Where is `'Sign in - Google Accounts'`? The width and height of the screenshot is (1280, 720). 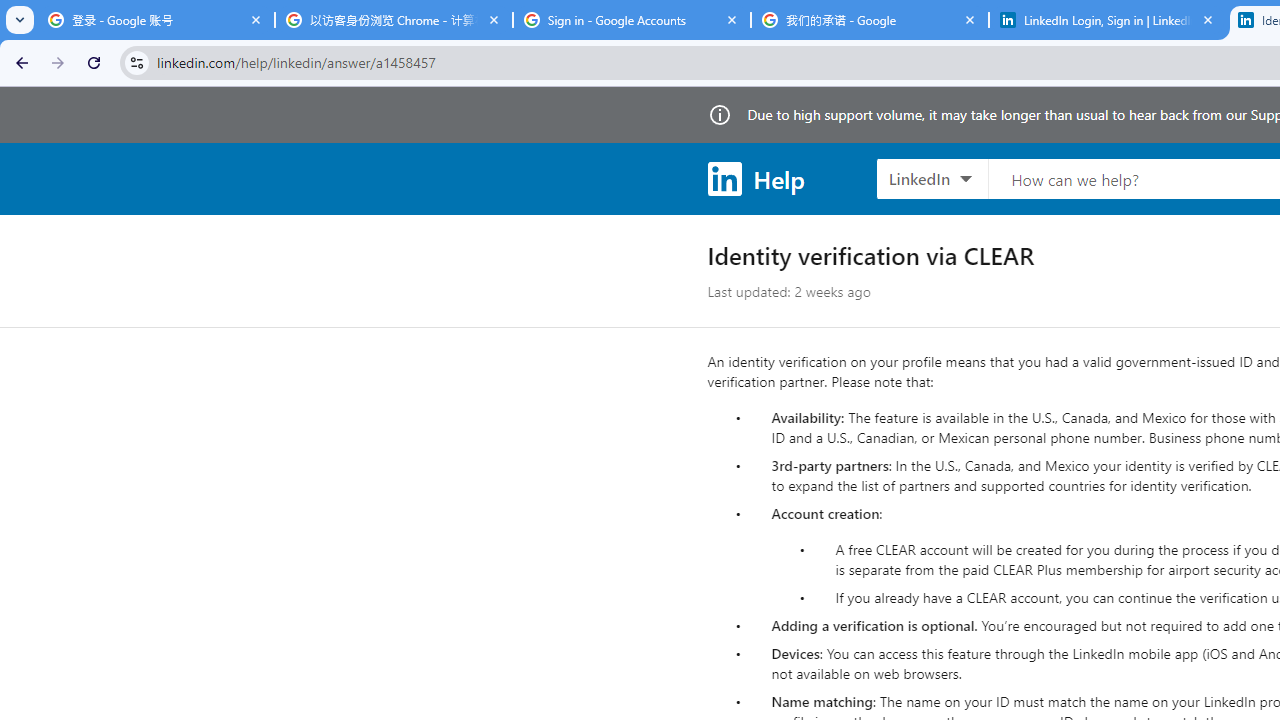
'Sign in - Google Accounts' is located at coordinates (631, 20).